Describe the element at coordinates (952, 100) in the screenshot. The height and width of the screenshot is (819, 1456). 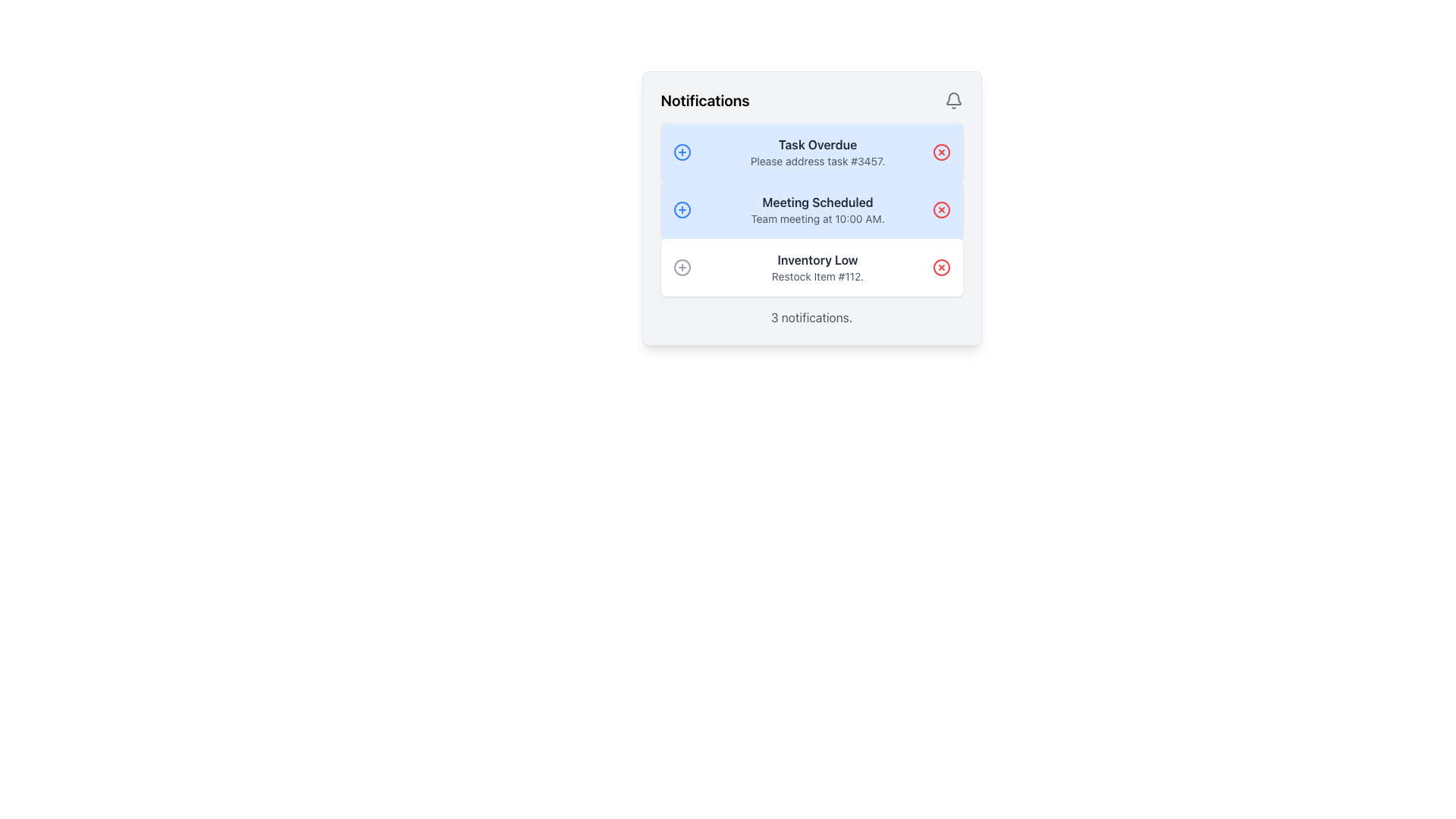
I see `the bell icon in the notifications section, which indicates notifications and is located to the right of the 'Notifications' label` at that location.